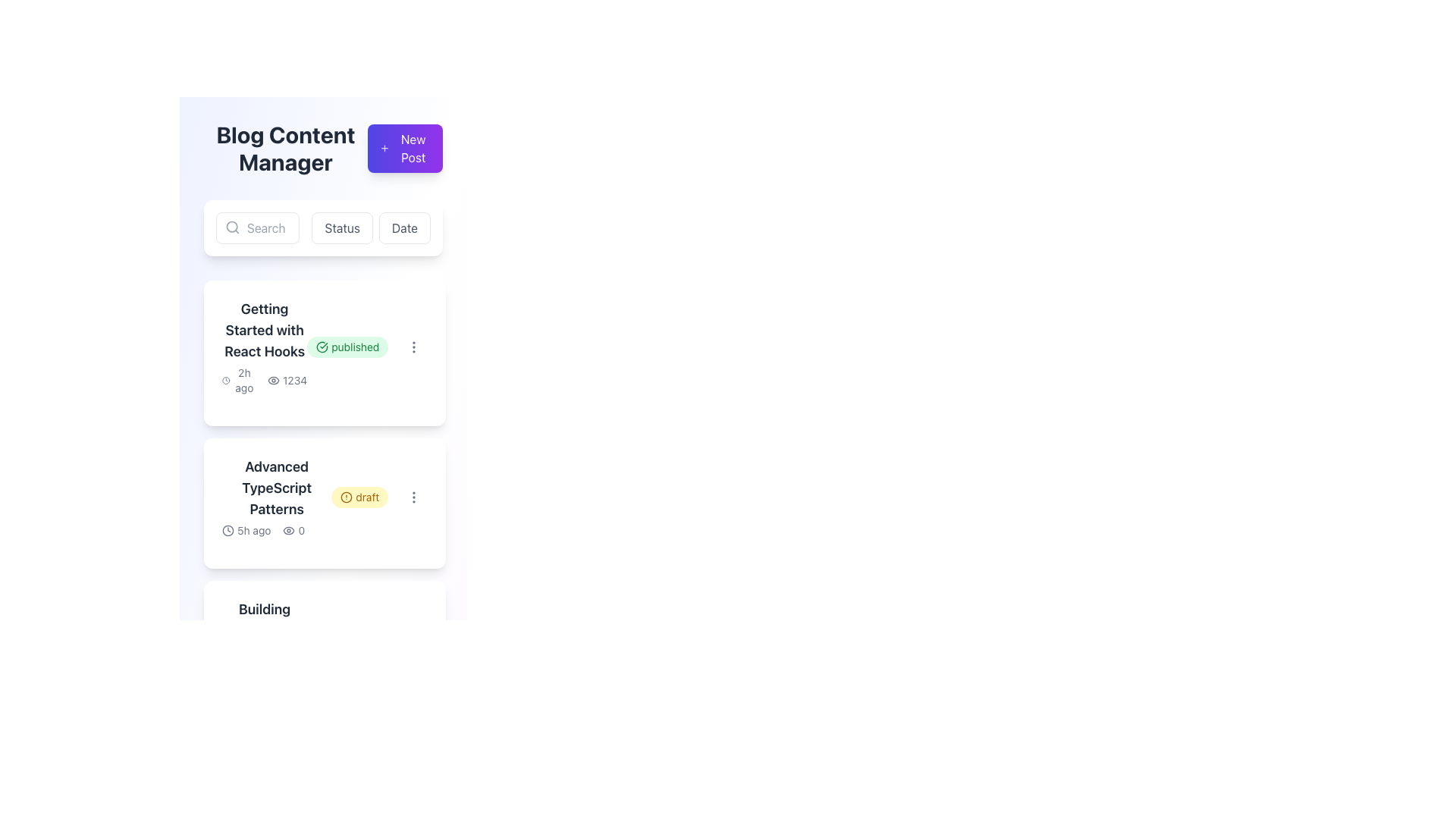 The width and height of the screenshot is (1456, 819). Describe the element at coordinates (359, 497) in the screenshot. I see `label of the Status Badge indicating the current status of the article 'draft', located to the right of the 'Advanced TypeScript Patterns' heading in the second card of the list view` at that location.